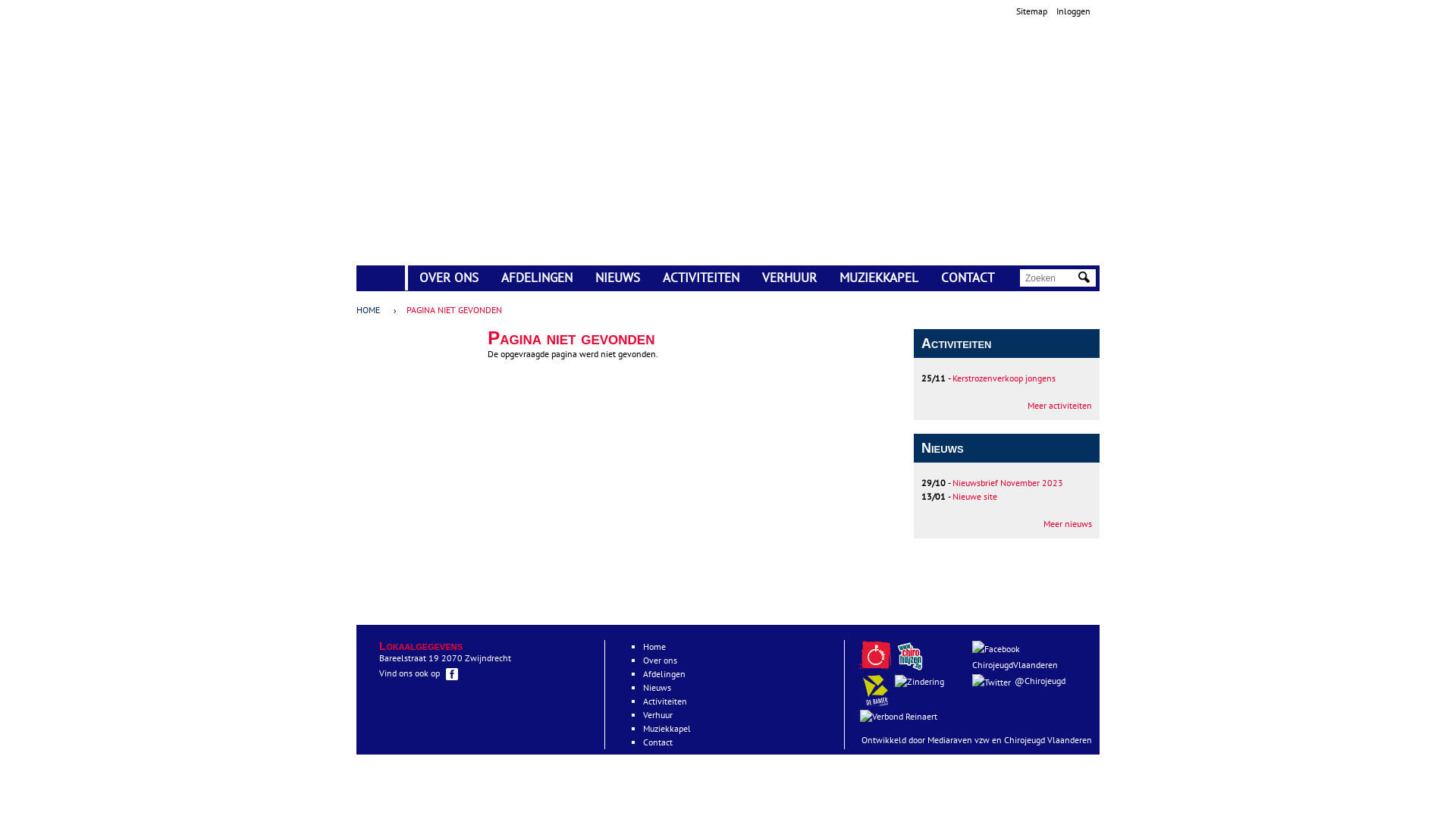 The height and width of the screenshot is (819, 1456). I want to click on 'Sitemap', so click(1031, 11).